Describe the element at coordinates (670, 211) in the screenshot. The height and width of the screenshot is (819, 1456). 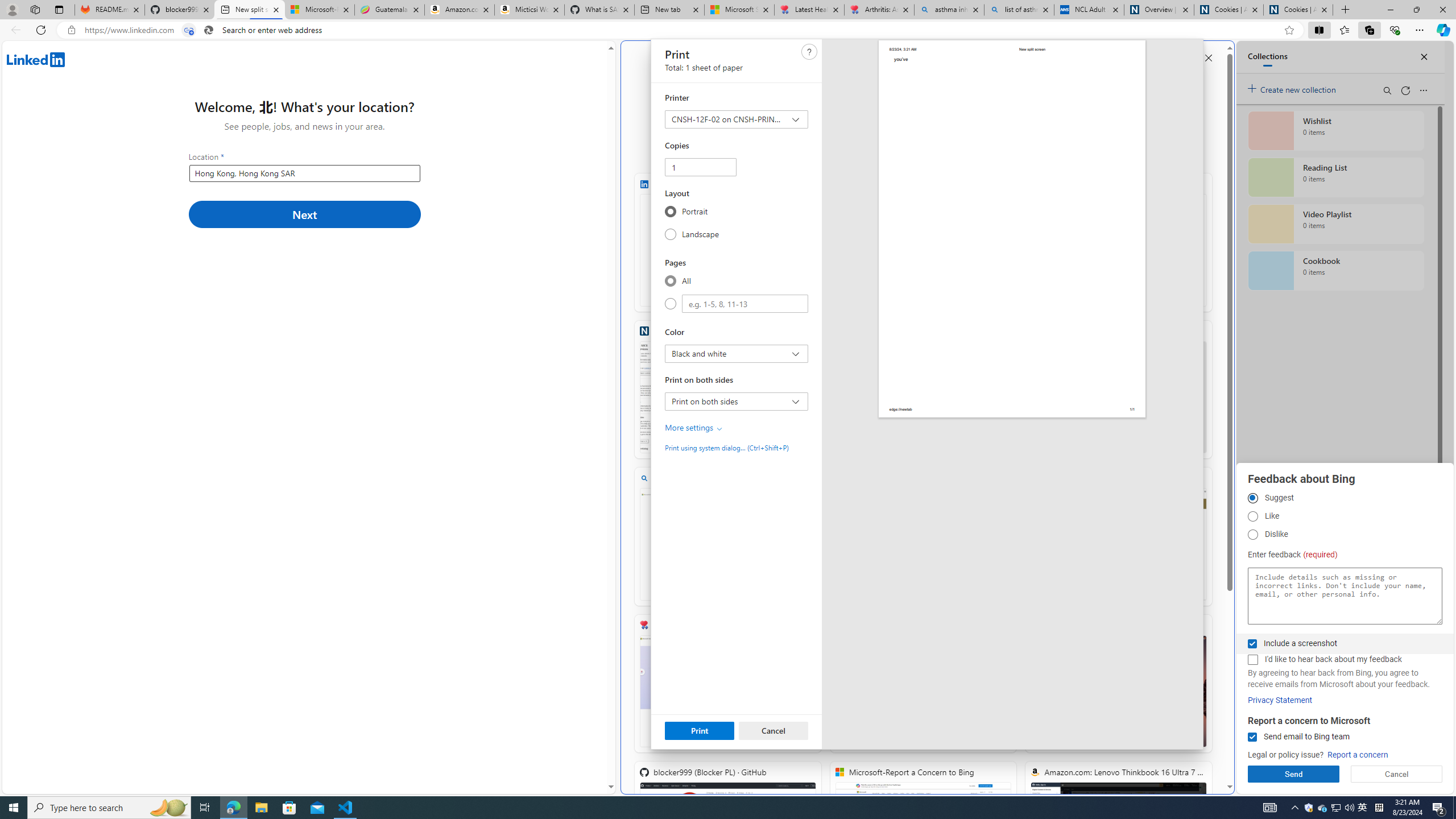
I see `'Portrait'` at that location.